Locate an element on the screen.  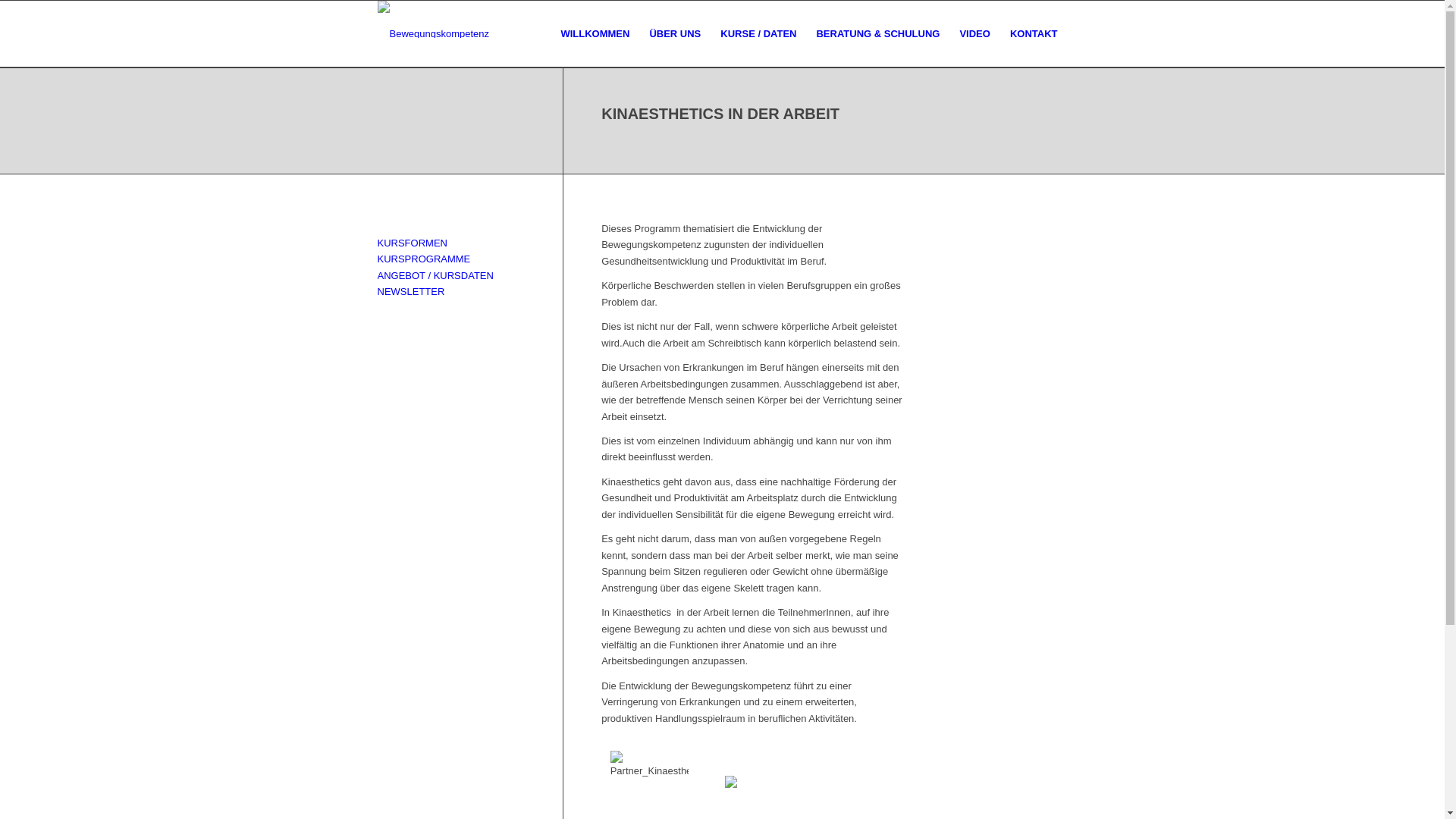
'ANGEBOT / KURSDATEN' is located at coordinates (435, 275).